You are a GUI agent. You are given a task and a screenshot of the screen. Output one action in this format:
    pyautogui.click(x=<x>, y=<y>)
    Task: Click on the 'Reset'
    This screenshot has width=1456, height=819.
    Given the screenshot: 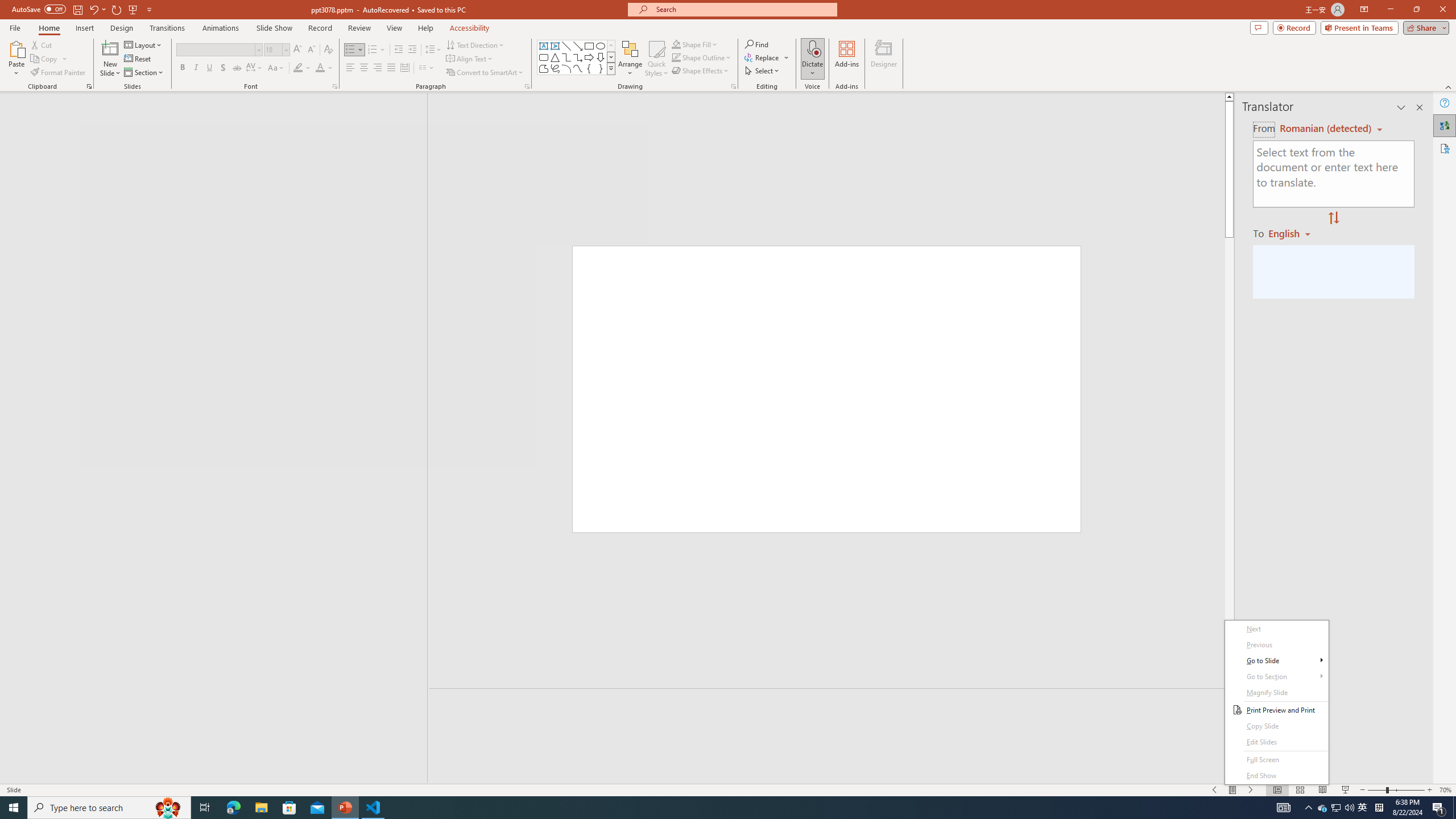 What is the action you would take?
    pyautogui.click(x=138, y=59)
    